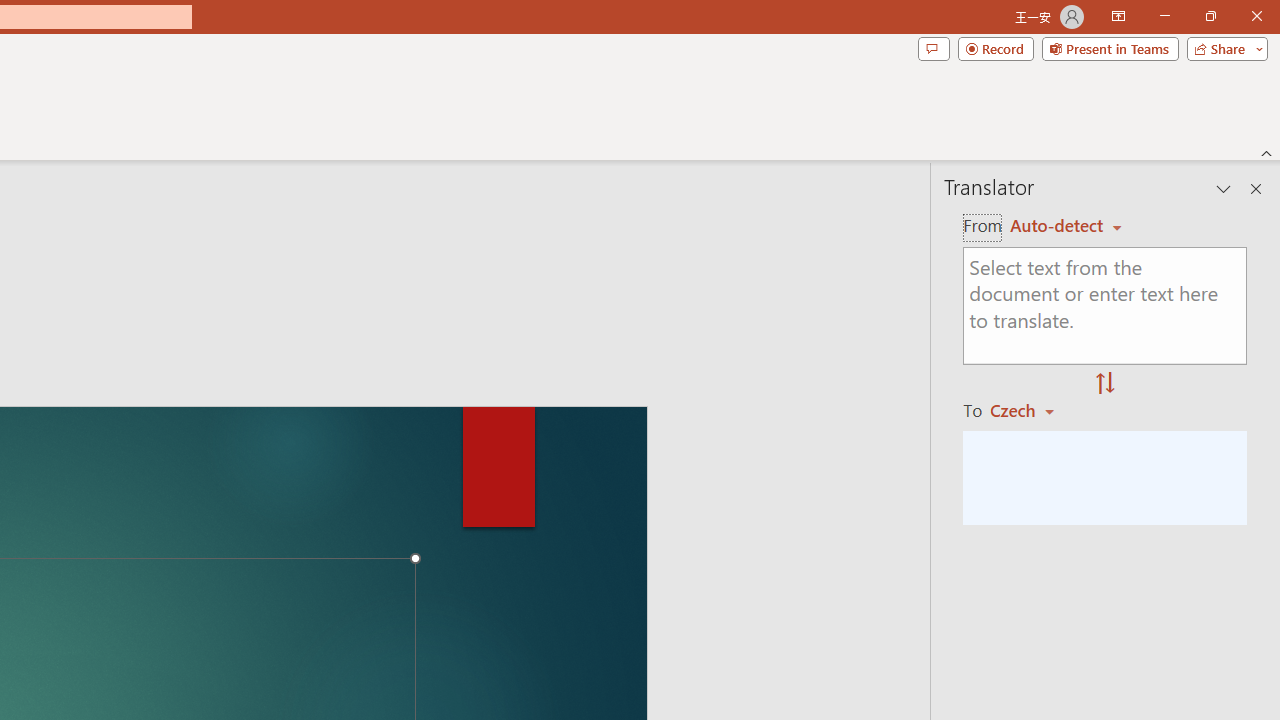 The image size is (1280, 720). Describe the element at coordinates (1223, 189) in the screenshot. I see `'Task Pane Options'` at that location.